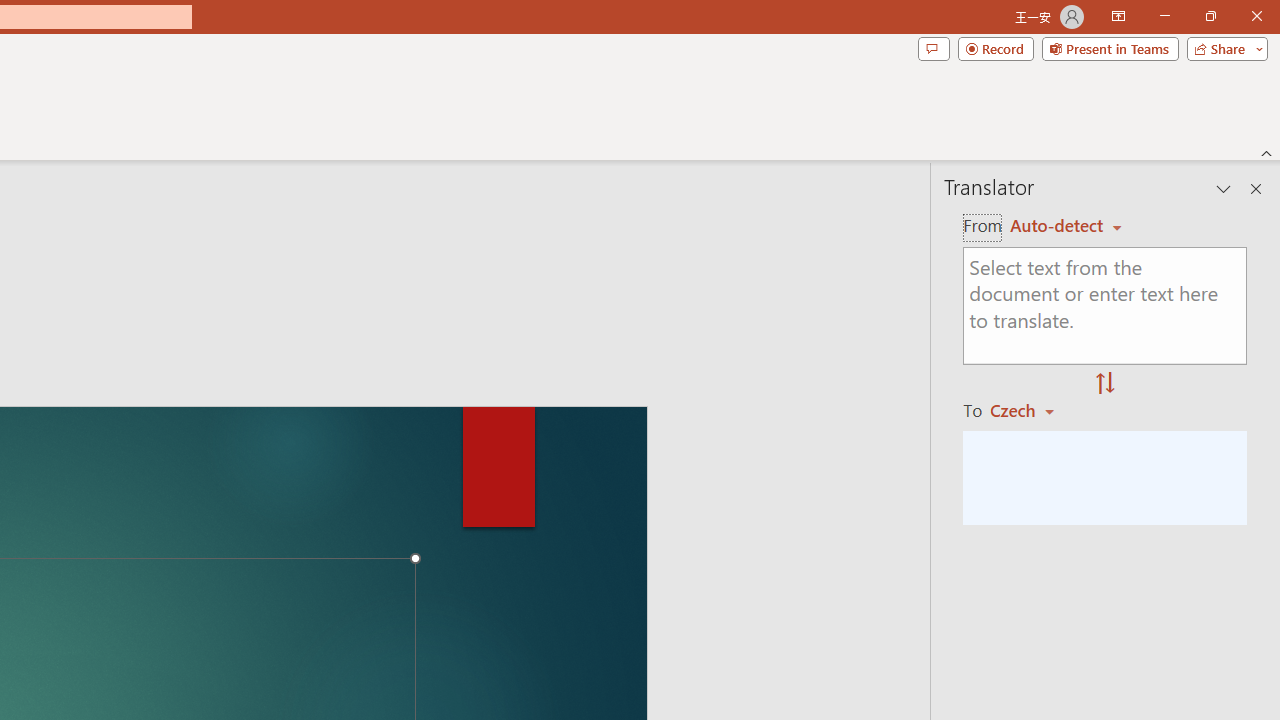 The image size is (1280, 720). Describe the element at coordinates (1223, 189) in the screenshot. I see `'Task Pane Options'` at that location.